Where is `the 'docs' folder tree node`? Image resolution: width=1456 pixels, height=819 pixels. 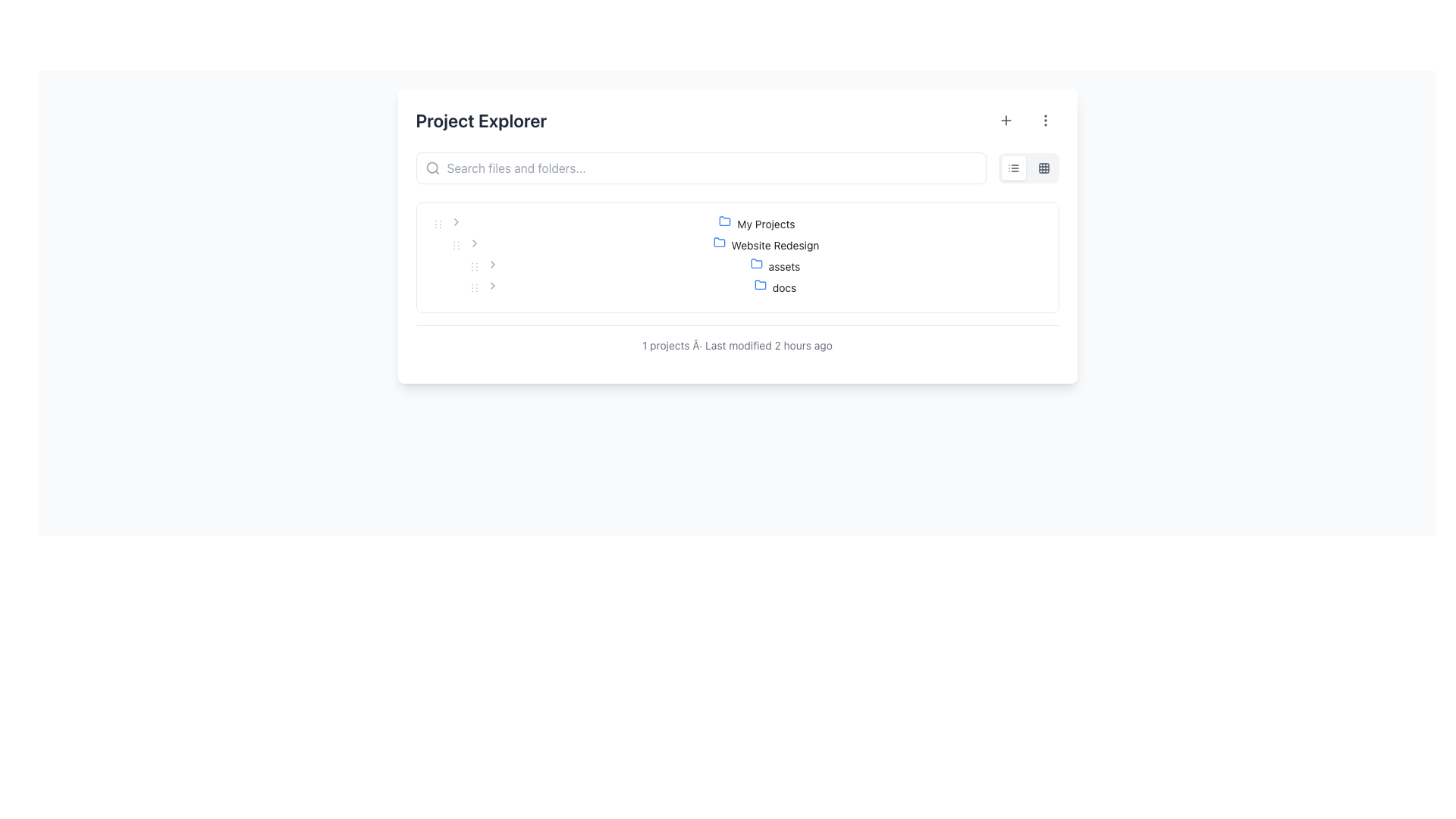
the 'docs' folder tree node is located at coordinates (775, 288).